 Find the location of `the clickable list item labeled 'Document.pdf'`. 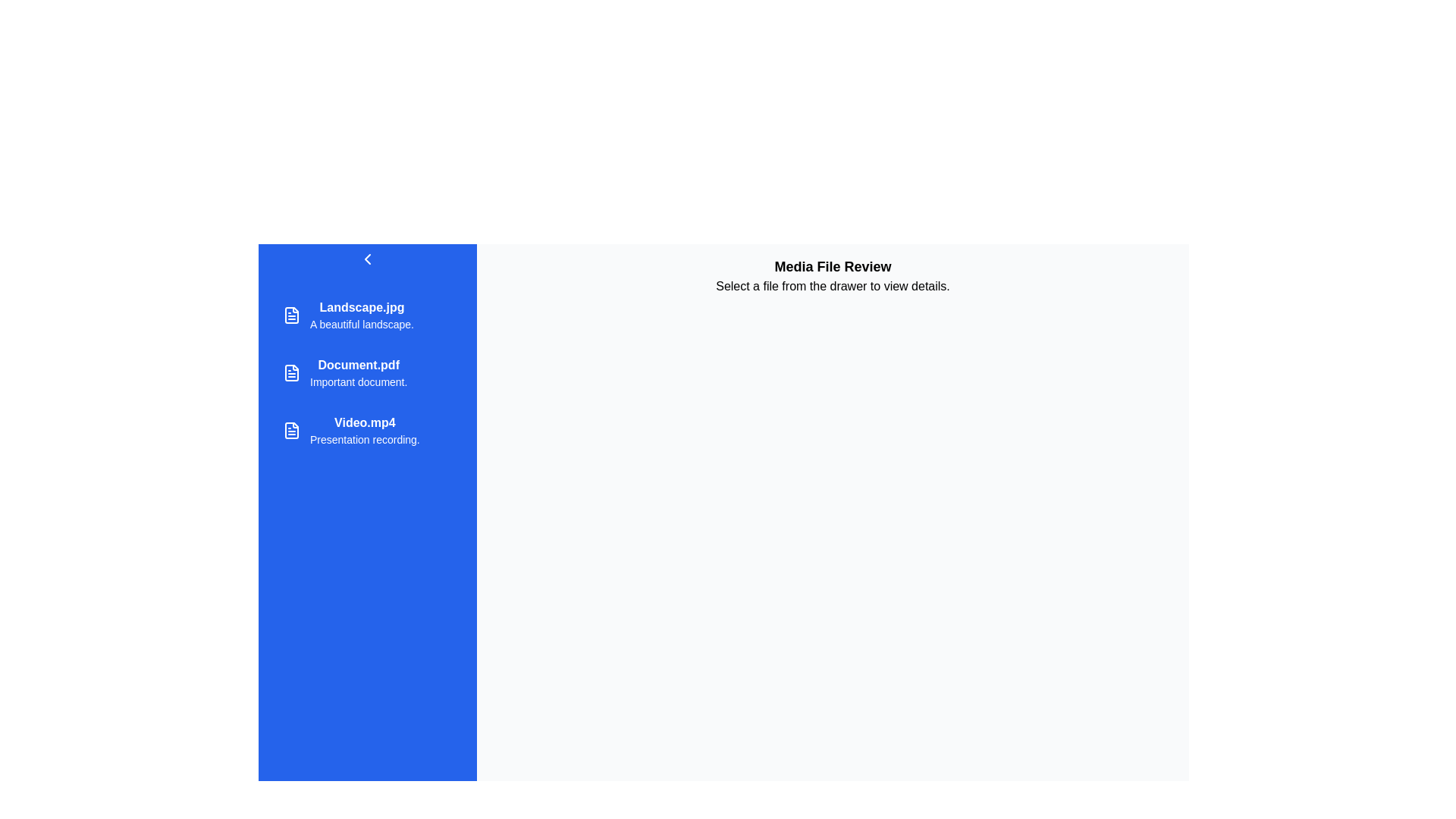

the clickable list item labeled 'Document.pdf' is located at coordinates (367, 373).